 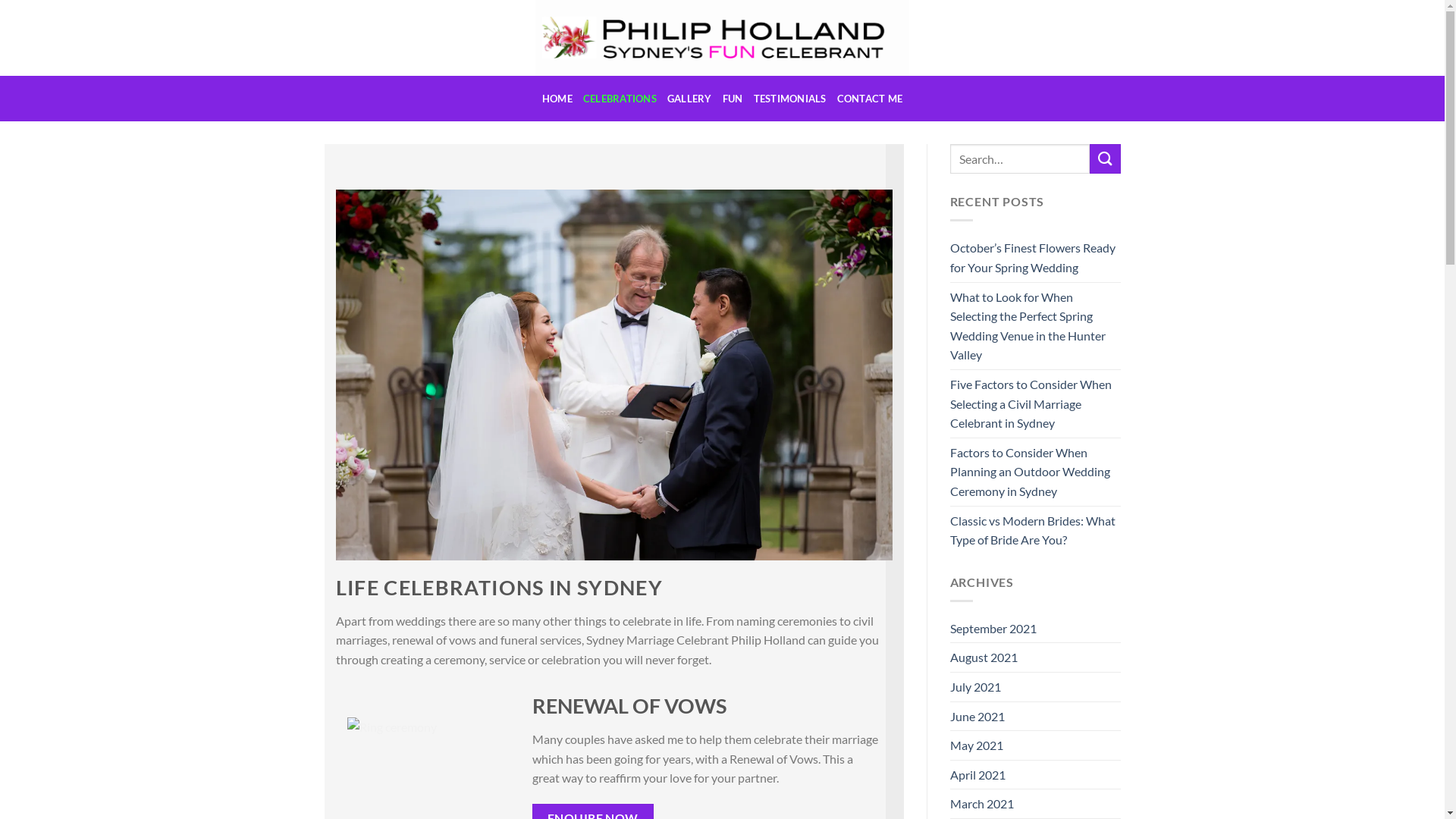 What do you see at coordinates (975, 745) in the screenshot?
I see `'May 2021'` at bounding box center [975, 745].